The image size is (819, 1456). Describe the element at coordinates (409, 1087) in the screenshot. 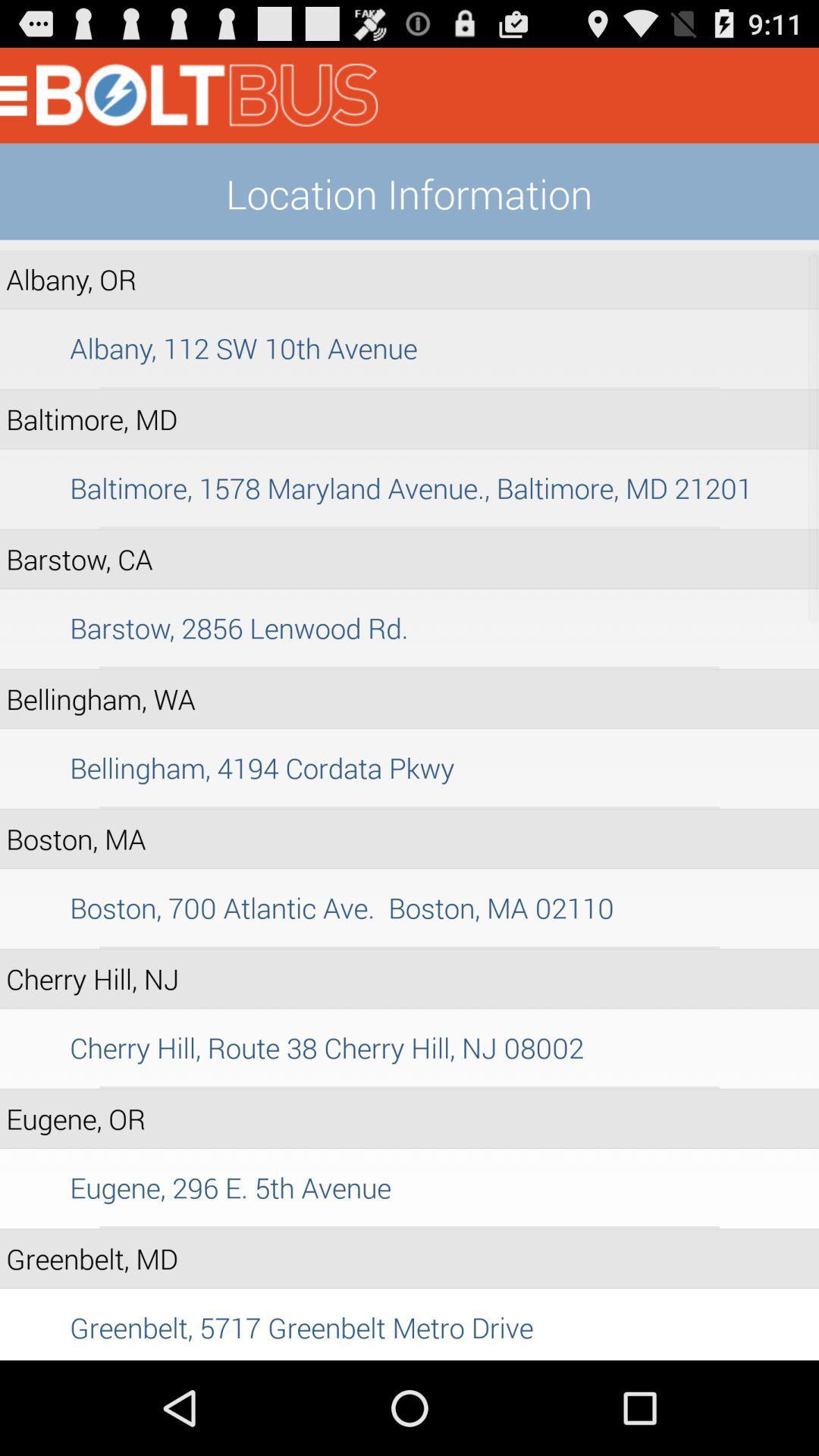

I see `app above eugene, or` at that location.